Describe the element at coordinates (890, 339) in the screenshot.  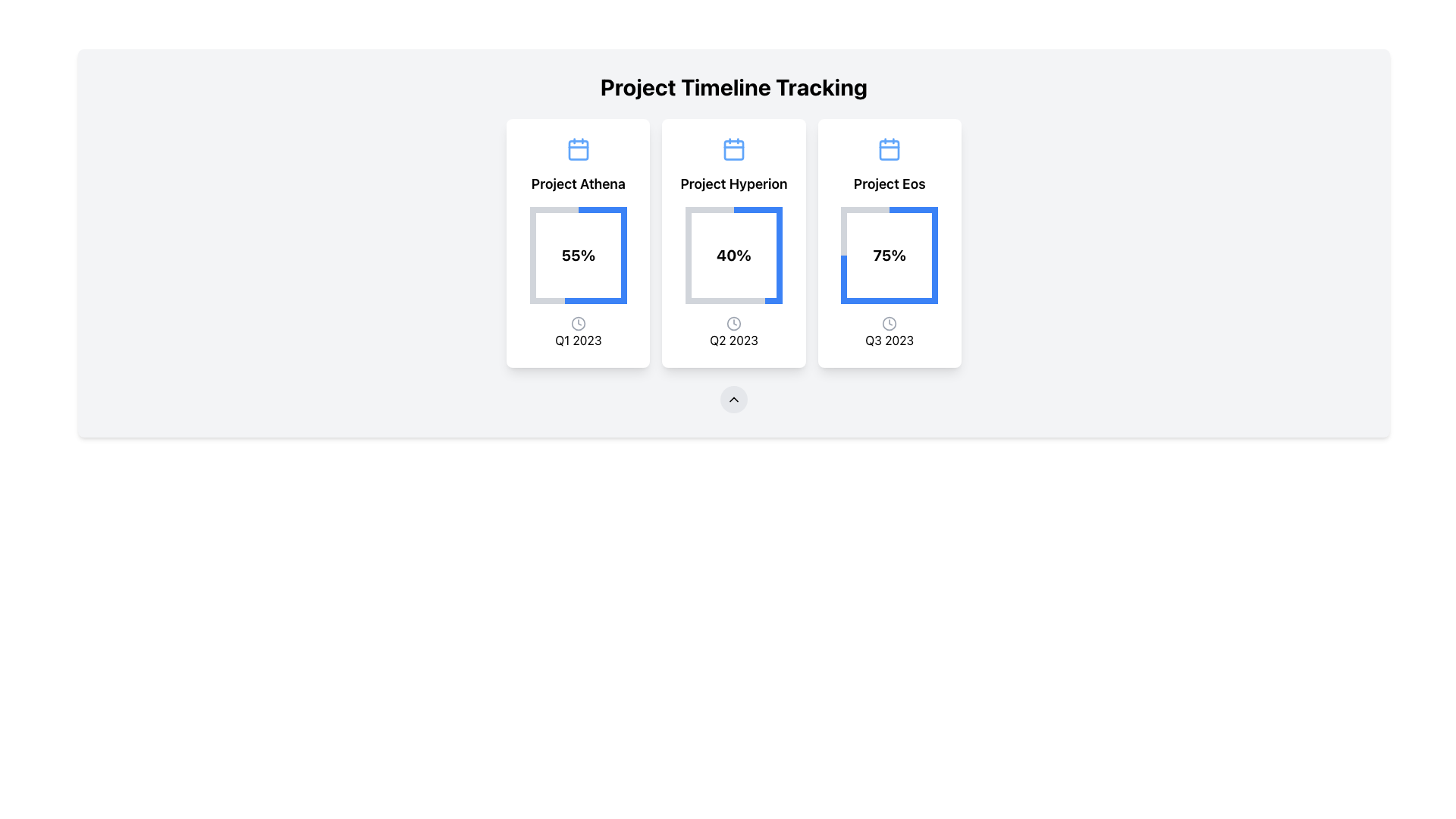
I see `text label indicating Q3 of 2023, located at the bottom center of the 'Project Eos' card, below the clock icon` at that location.